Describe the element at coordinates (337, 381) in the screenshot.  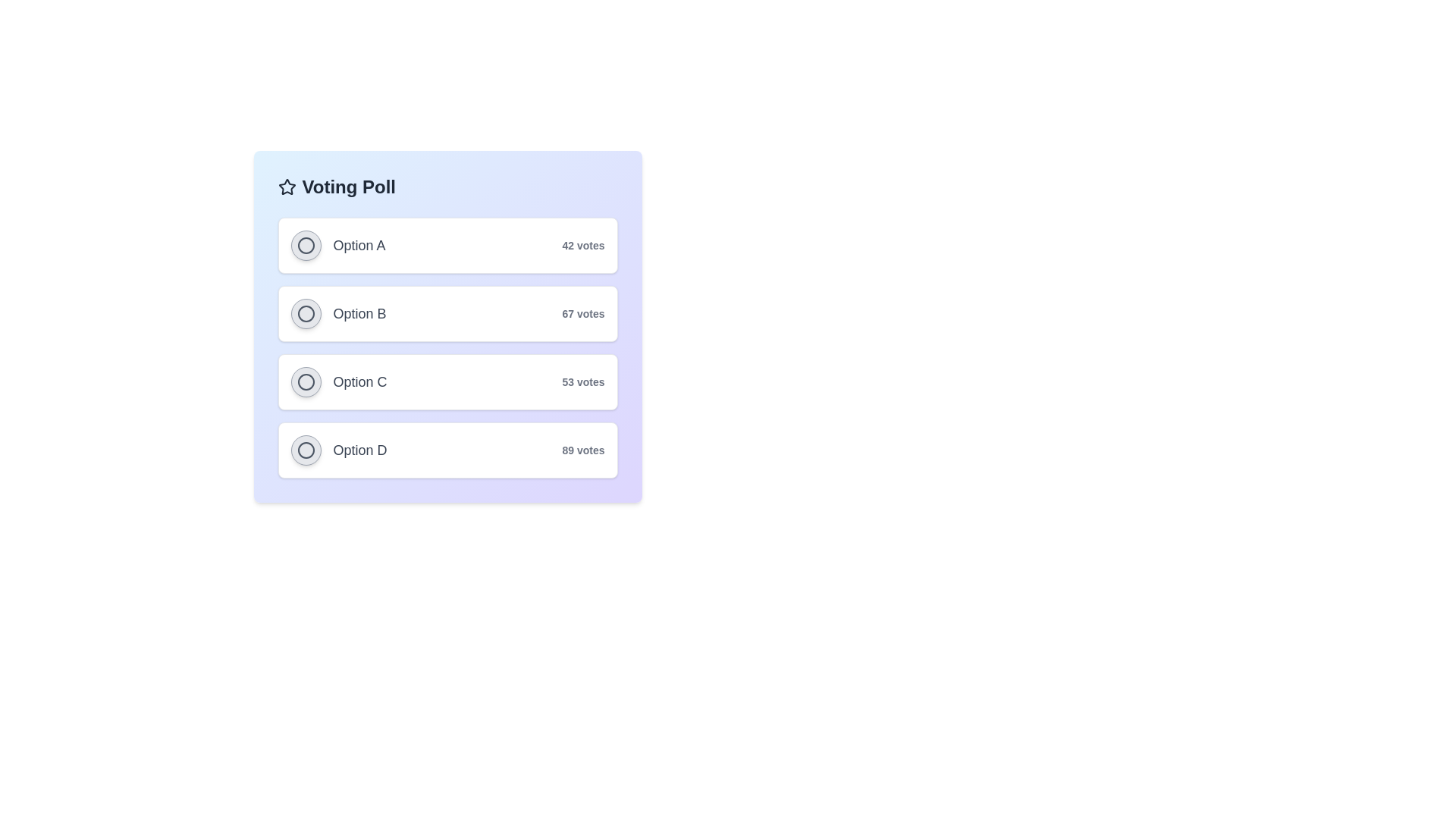
I see `the radio button` at that location.